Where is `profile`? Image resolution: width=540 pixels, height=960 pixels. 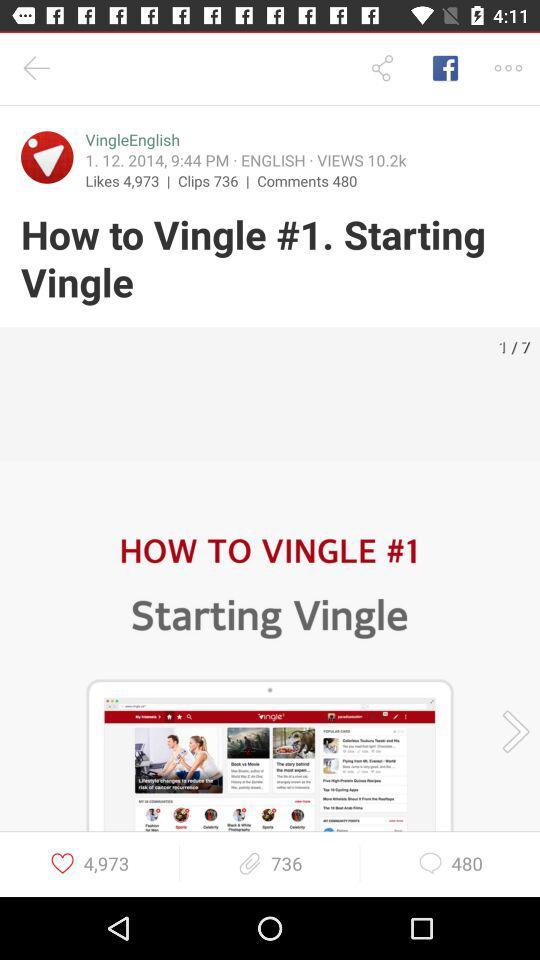 profile is located at coordinates (47, 156).